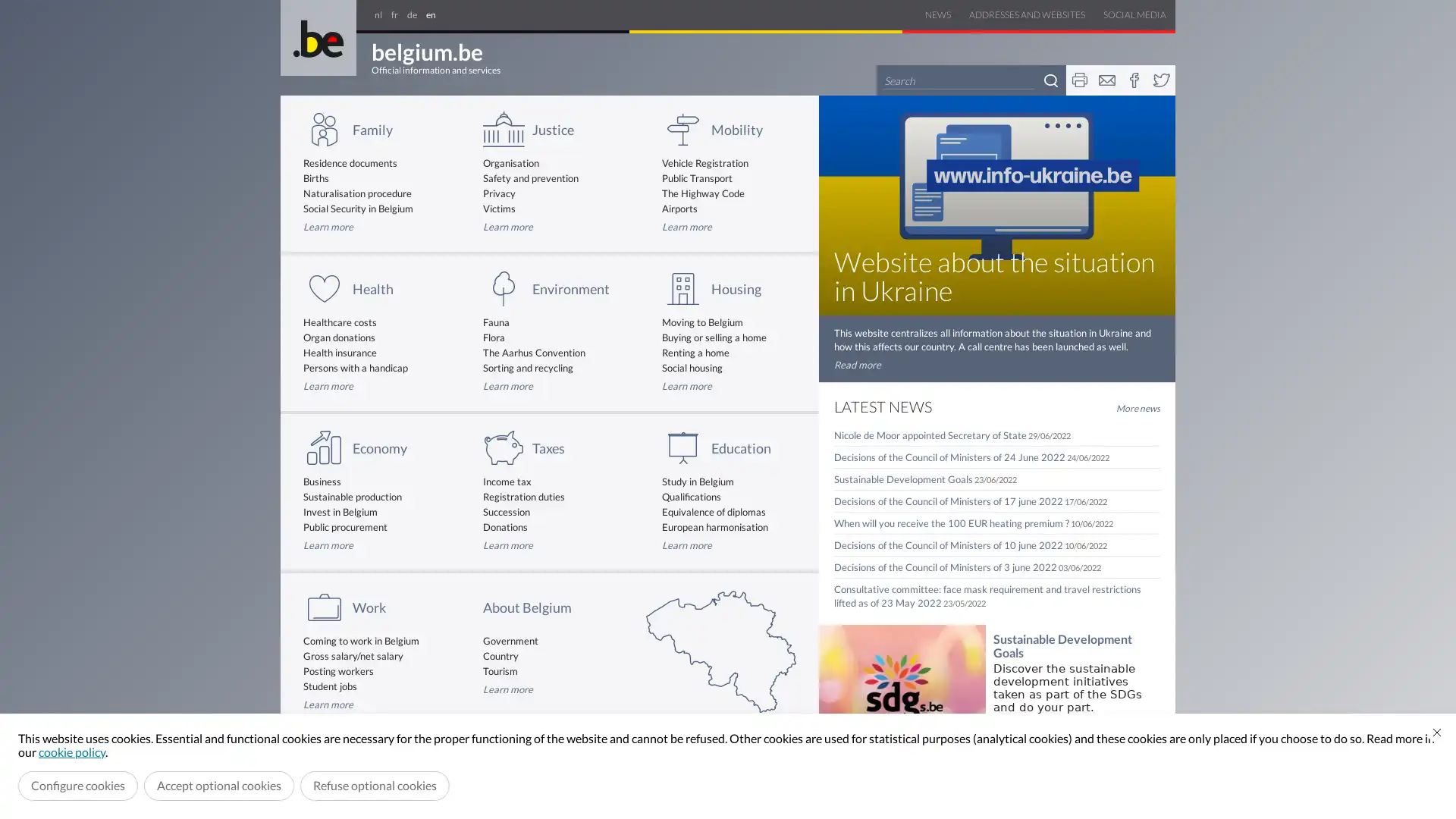 Image resolution: width=1456 pixels, height=819 pixels. What do you see at coordinates (218, 785) in the screenshot?
I see `Accept optional cookies` at bounding box center [218, 785].